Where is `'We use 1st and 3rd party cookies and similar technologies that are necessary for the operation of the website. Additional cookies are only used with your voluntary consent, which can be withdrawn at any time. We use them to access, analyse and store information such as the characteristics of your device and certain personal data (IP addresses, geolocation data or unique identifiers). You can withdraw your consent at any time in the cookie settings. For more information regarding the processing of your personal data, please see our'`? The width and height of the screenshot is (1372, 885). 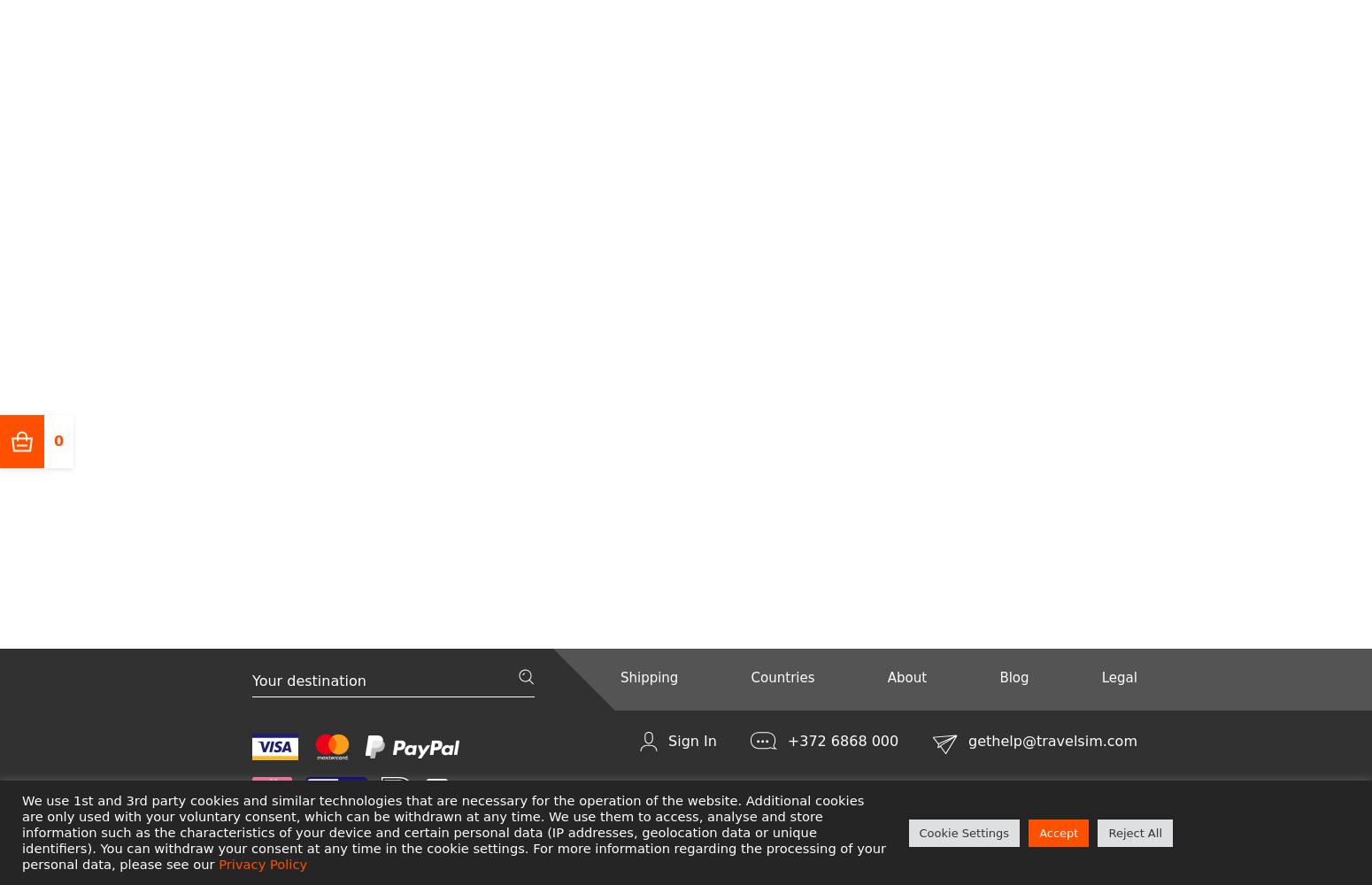 'We use 1st and 3rd party cookies and similar technologies that are necessary for the operation of the website. Additional cookies are only used with your voluntary consent, which can be withdrawn at any time. We use them to access, analyse and store information such as the characteristics of your device and certain personal data (IP addresses, geolocation data or unique identifiers). You can withdraw your consent at any time in the cookie settings. For more information regarding the processing of your personal data, please see our' is located at coordinates (20, 831).